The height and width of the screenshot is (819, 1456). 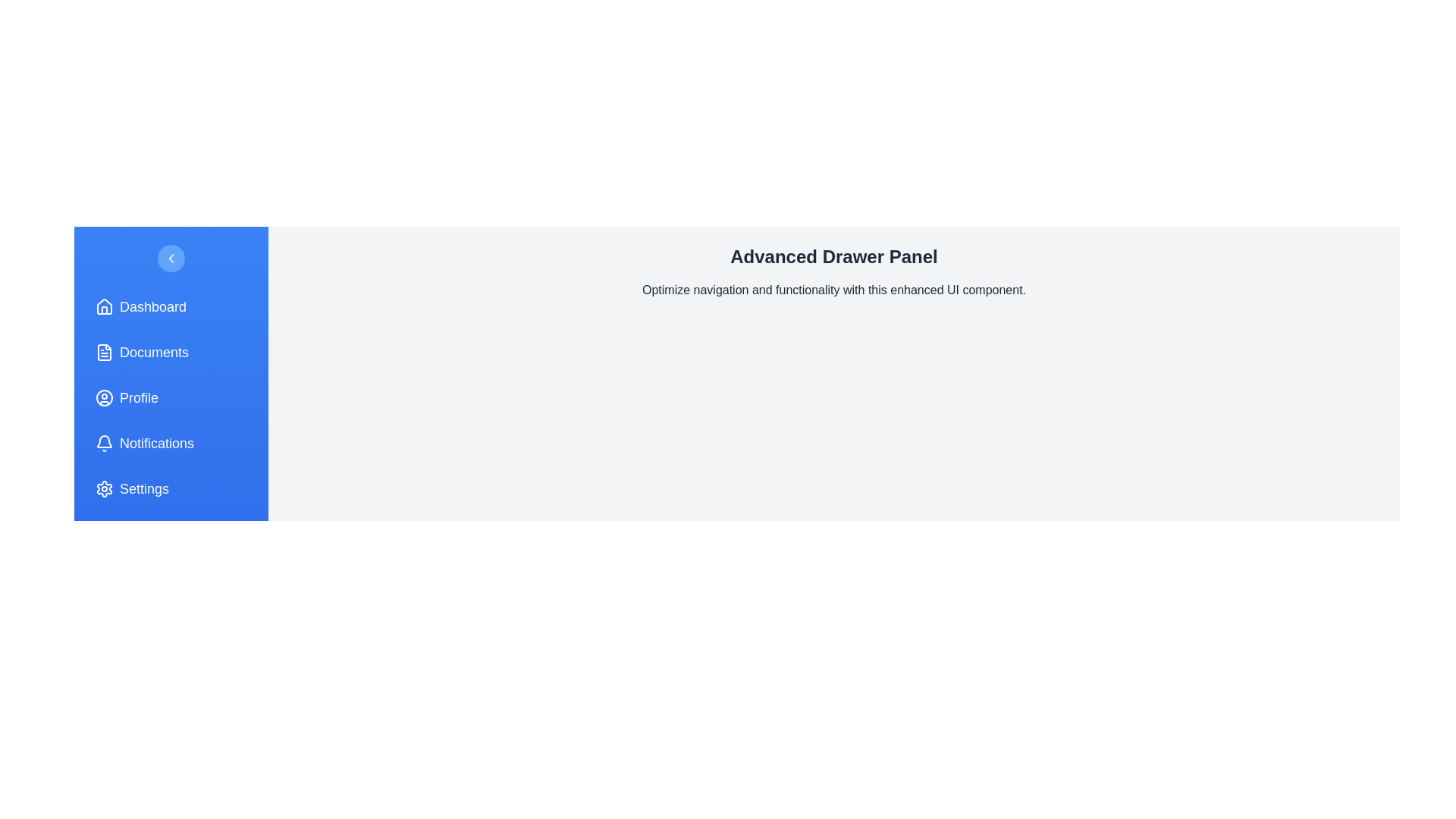 I want to click on the menu item labeled Dashboard, so click(x=171, y=307).